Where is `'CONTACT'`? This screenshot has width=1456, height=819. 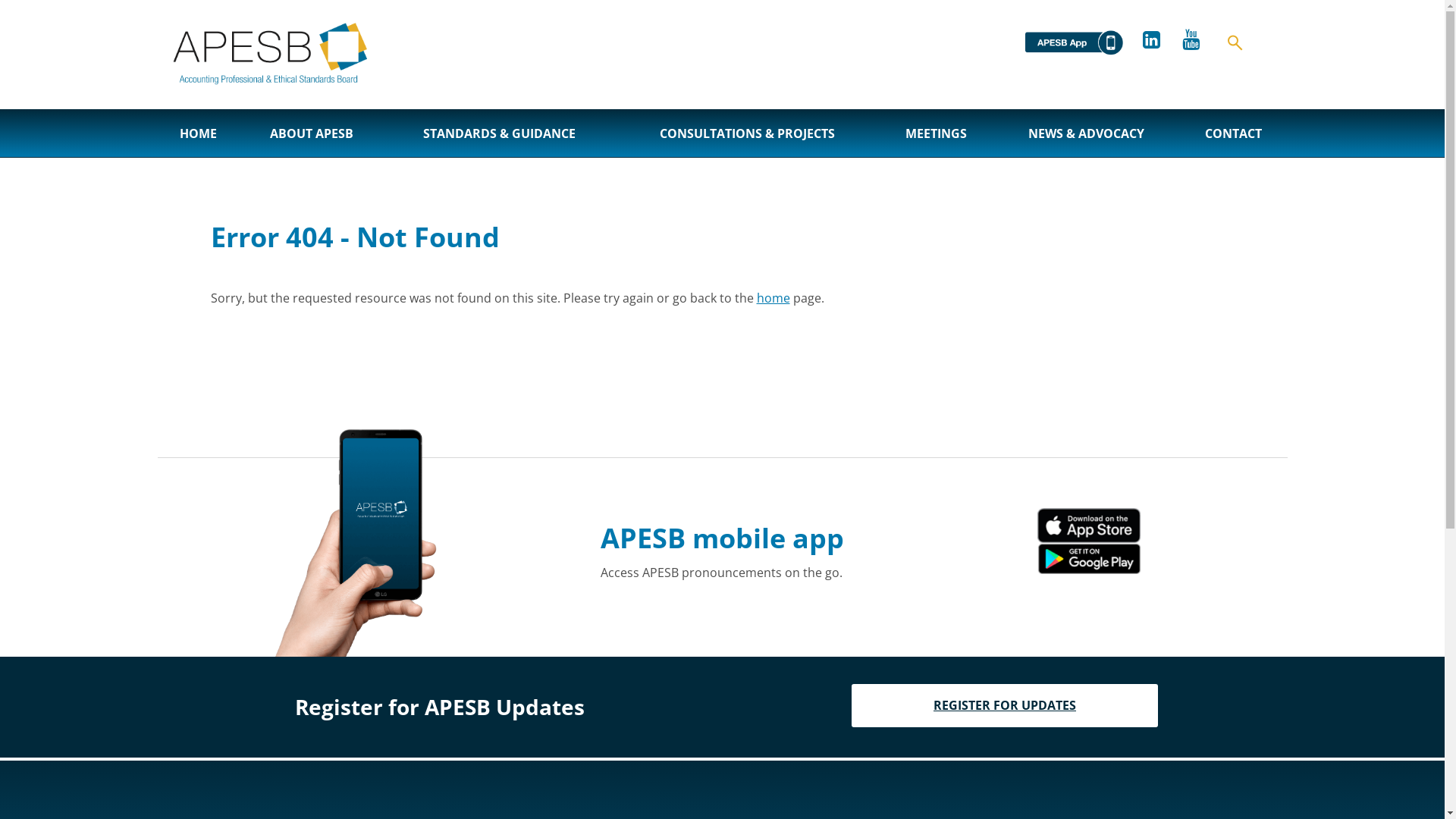
'CONTACT' is located at coordinates (1233, 133).